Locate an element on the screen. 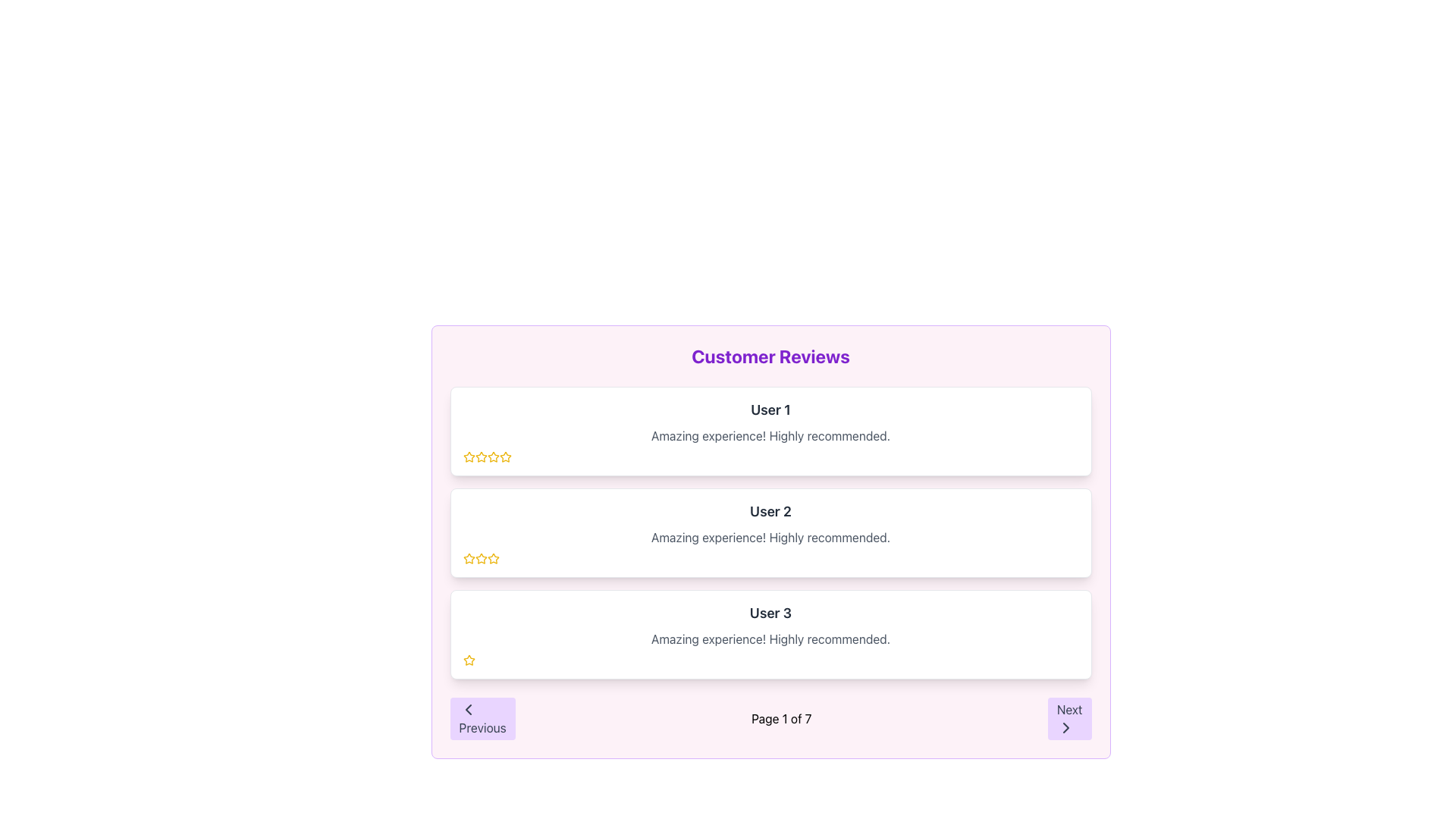  the second star in the graphical rating system is located at coordinates (480, 558).